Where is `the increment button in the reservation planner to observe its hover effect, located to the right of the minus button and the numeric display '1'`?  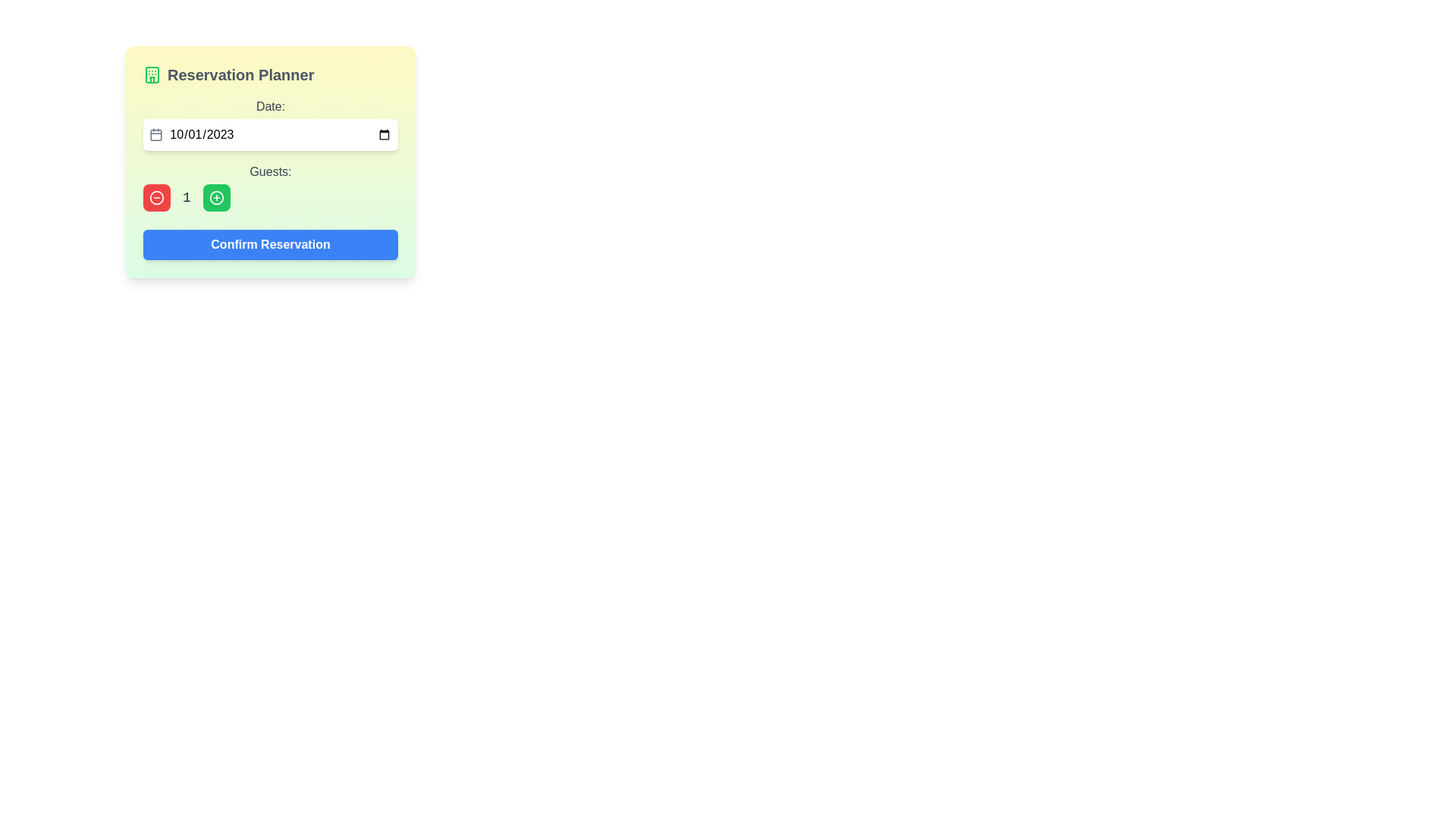 the increment button in the reservation planner to observe its hover effect, located to the right of the minus button and the numeric display '1' is located at coordinates (215, 197).